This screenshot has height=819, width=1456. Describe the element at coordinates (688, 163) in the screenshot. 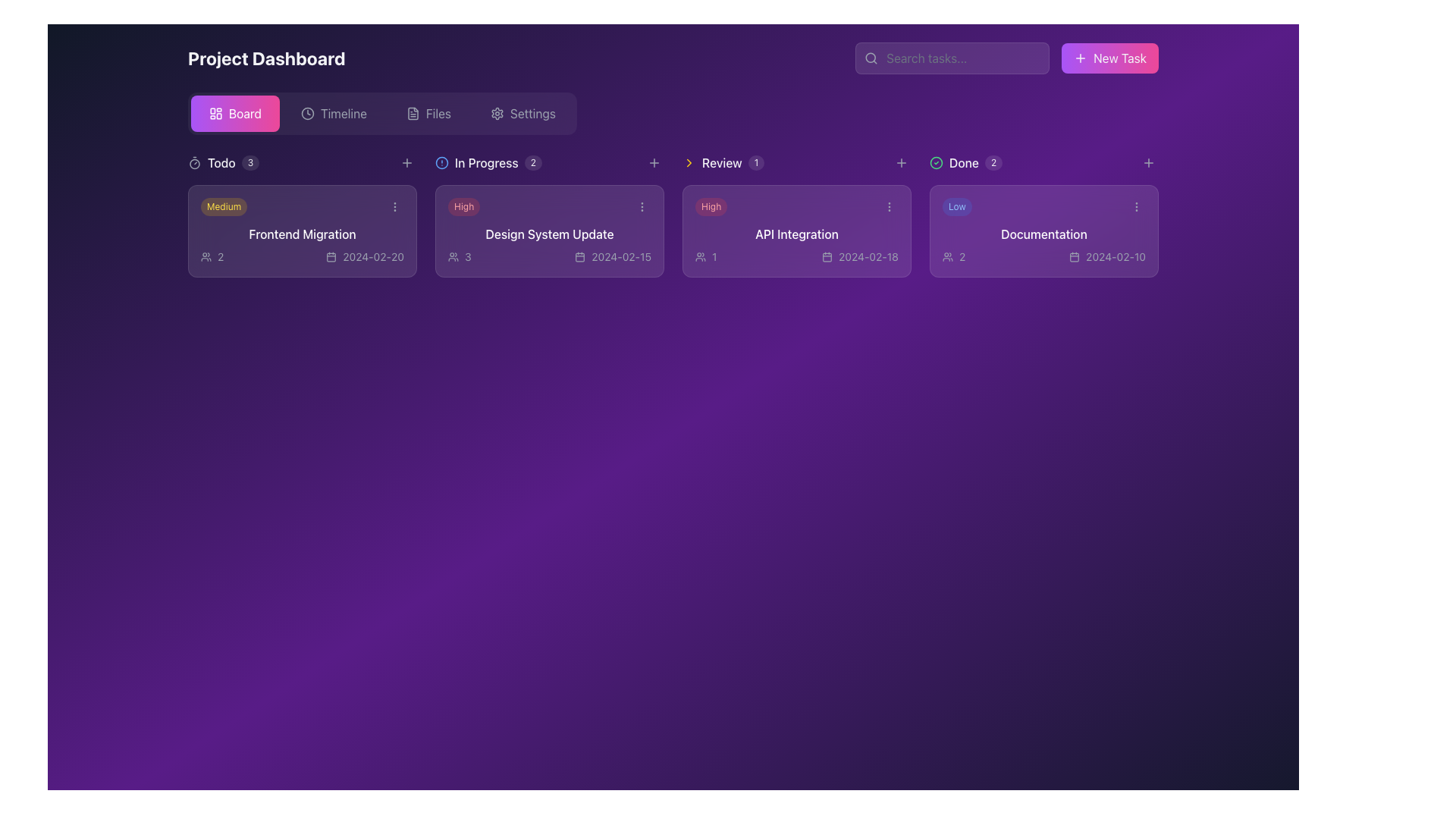

I see `the chevron icon located in the 'Review' section of the project dashboard` at that location.